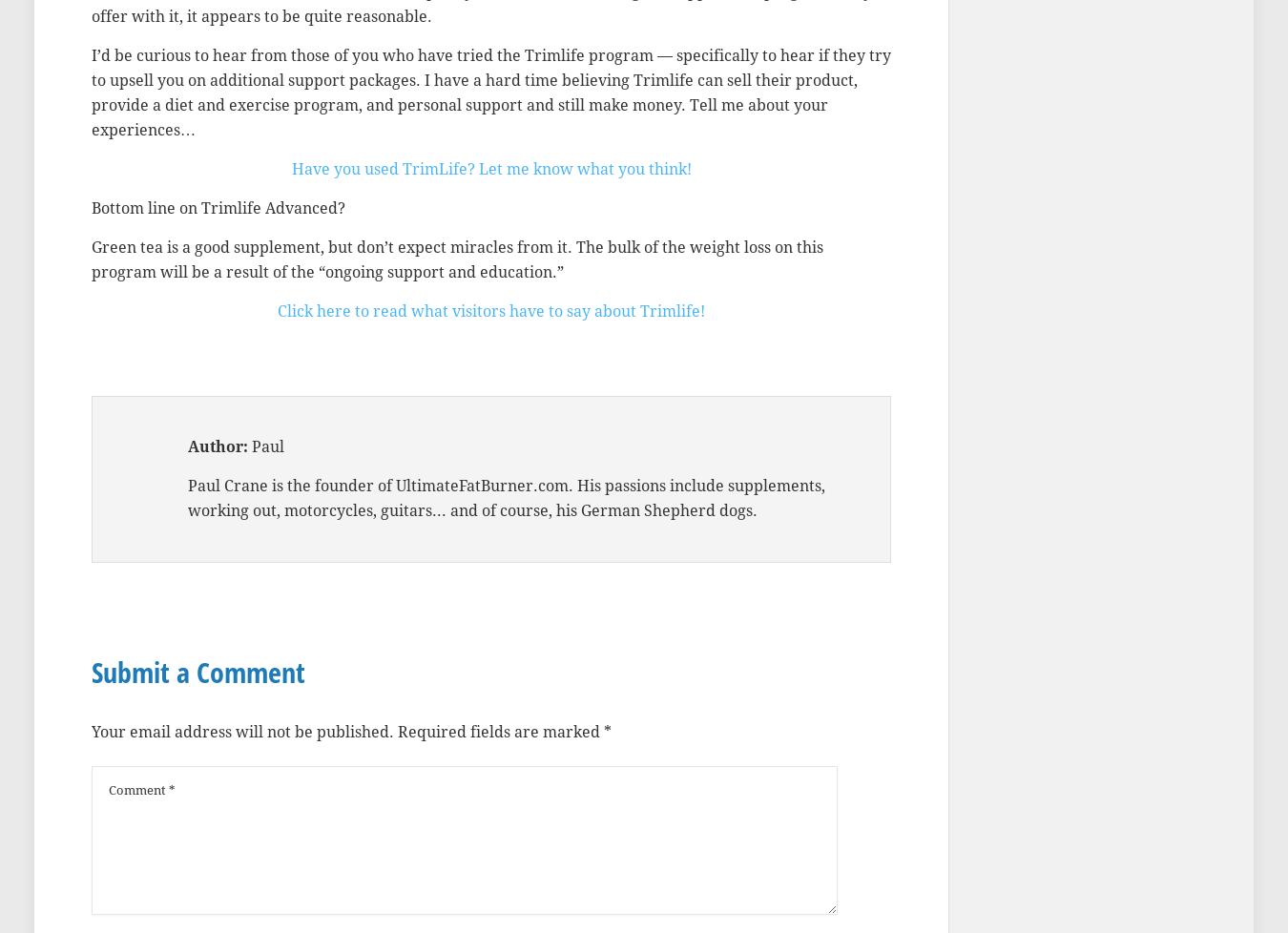 The width and height of the screenshot is (1288, 933). Describe the element at coordinates (456, 259) in the screenshot. I see `'Green tea is a good supplement, but don’t expect miracles from it. The bulk of the weight loss on this program will be a result of the “ongoing support and education.”'` at that location.